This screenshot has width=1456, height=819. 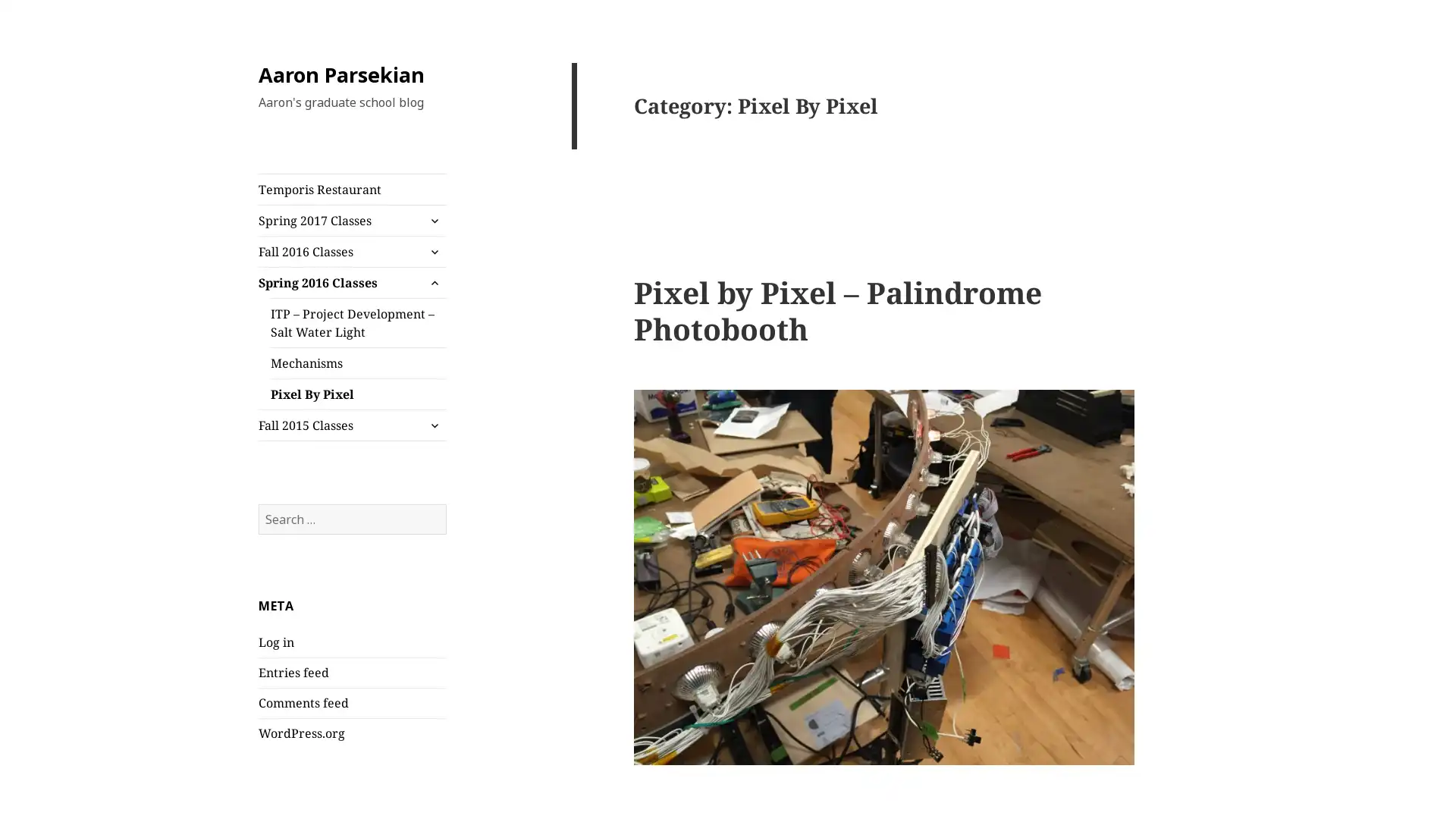 What do you see at coordinates (432, 425) in the screenshot?
I see `expand child menu` at bounding box center [432, 425].